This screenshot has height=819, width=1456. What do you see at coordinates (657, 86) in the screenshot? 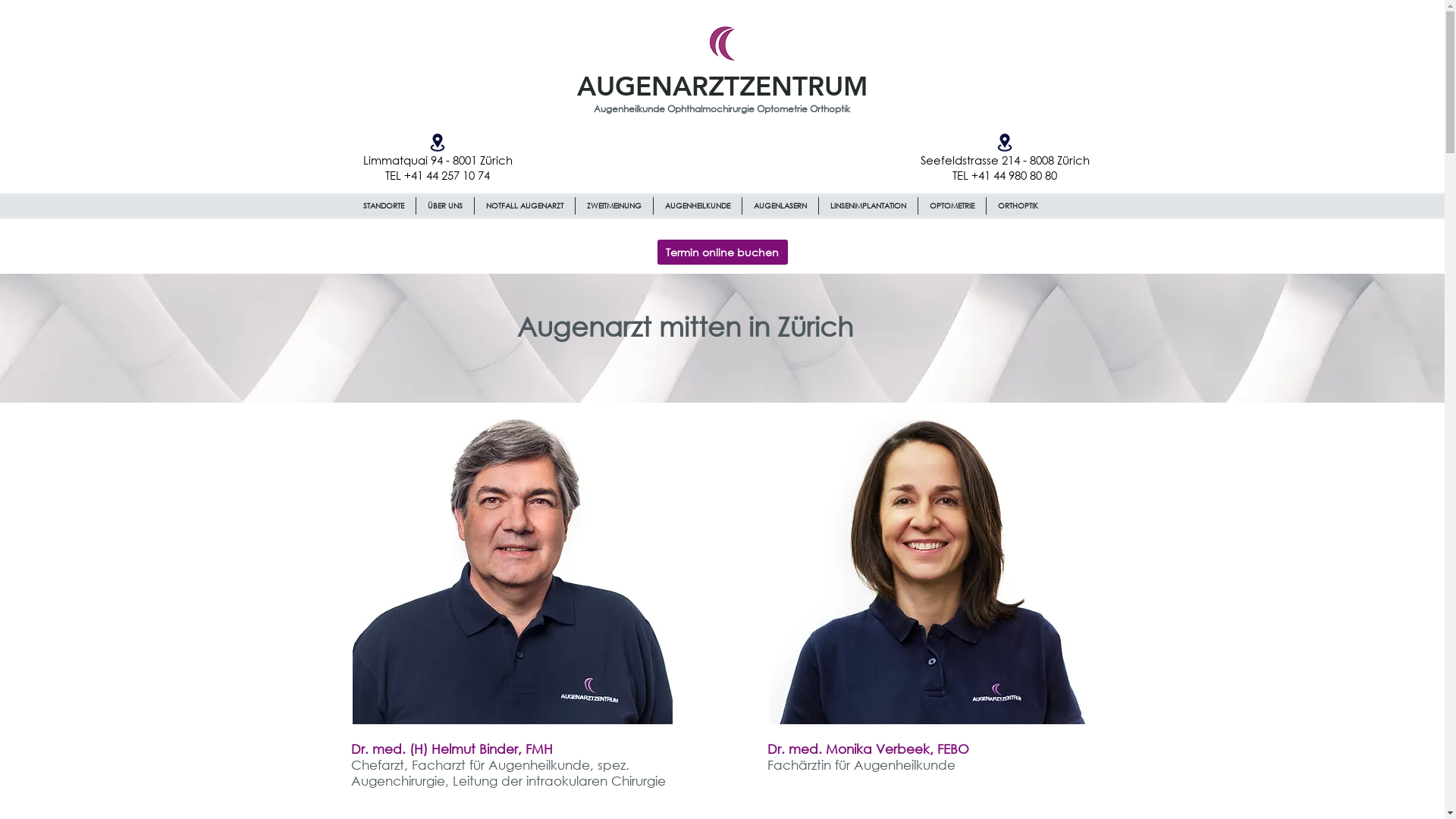
I see `'AUGENARZT'` at bounding box center [657, 86].